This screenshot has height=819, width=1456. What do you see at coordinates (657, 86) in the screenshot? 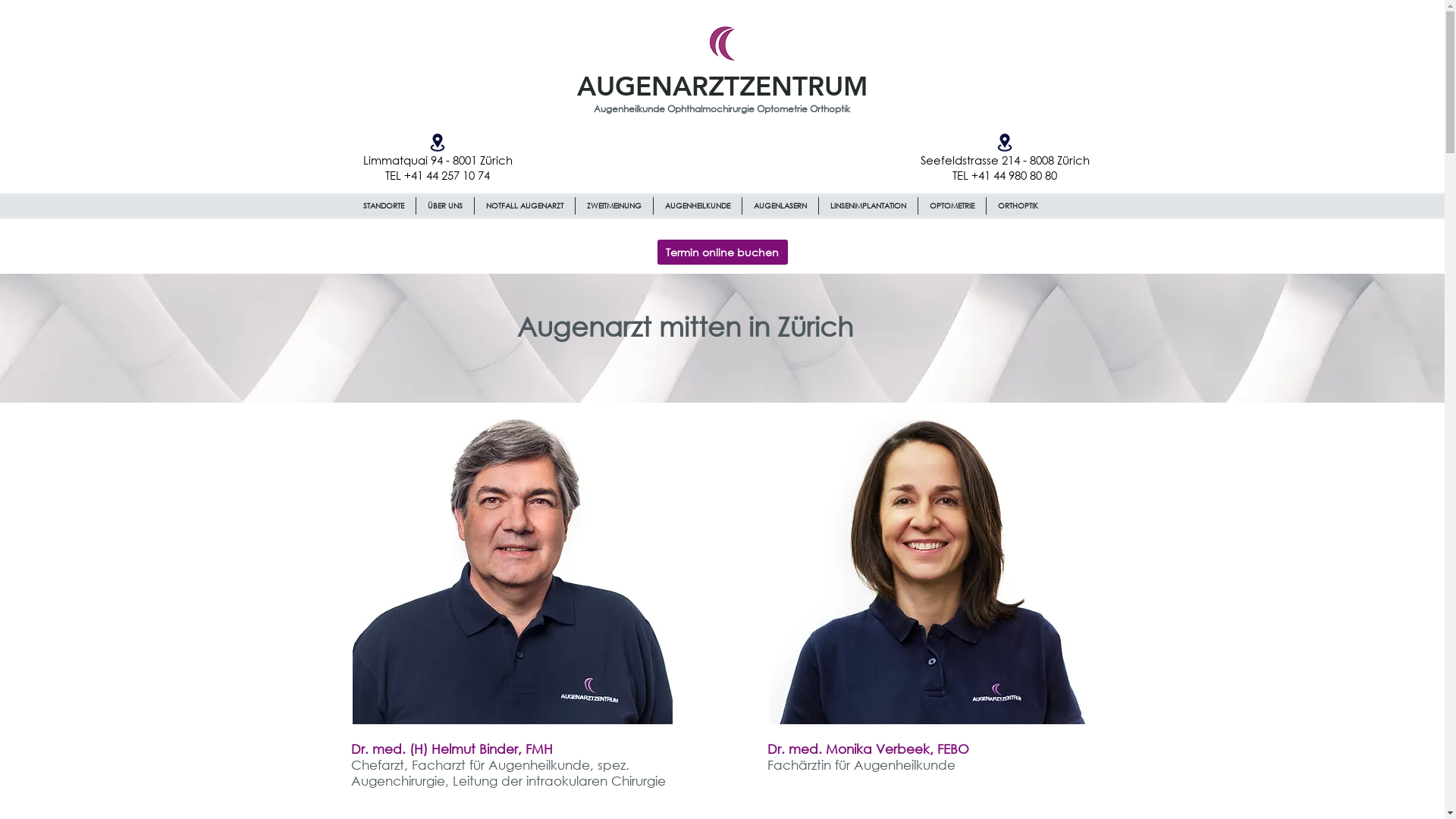
I see `'AUGENARZT'` at bounding box center [657, 86].